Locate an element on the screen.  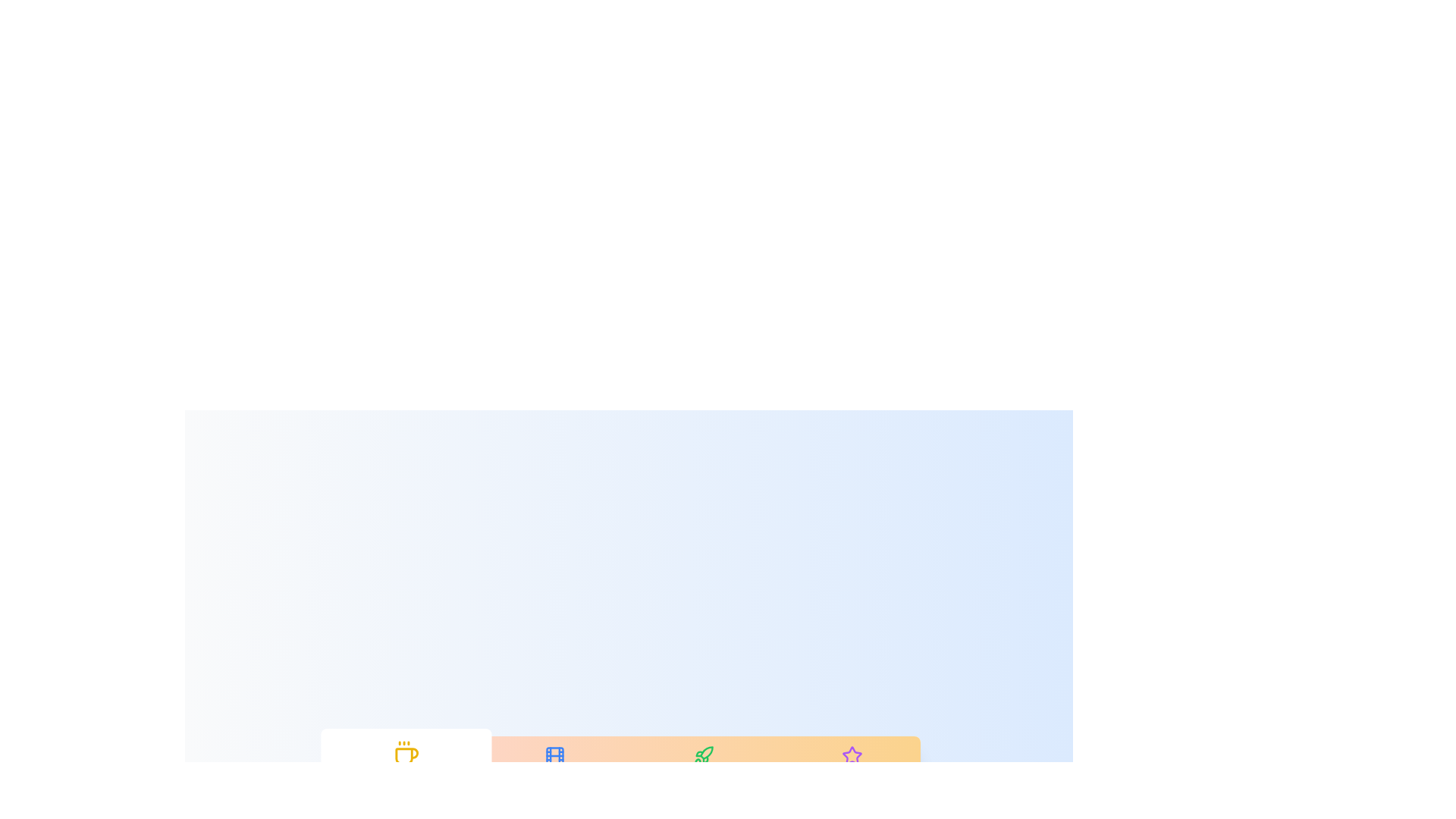
the tab labeled Relax to select it is located at coordinates (406, 766).